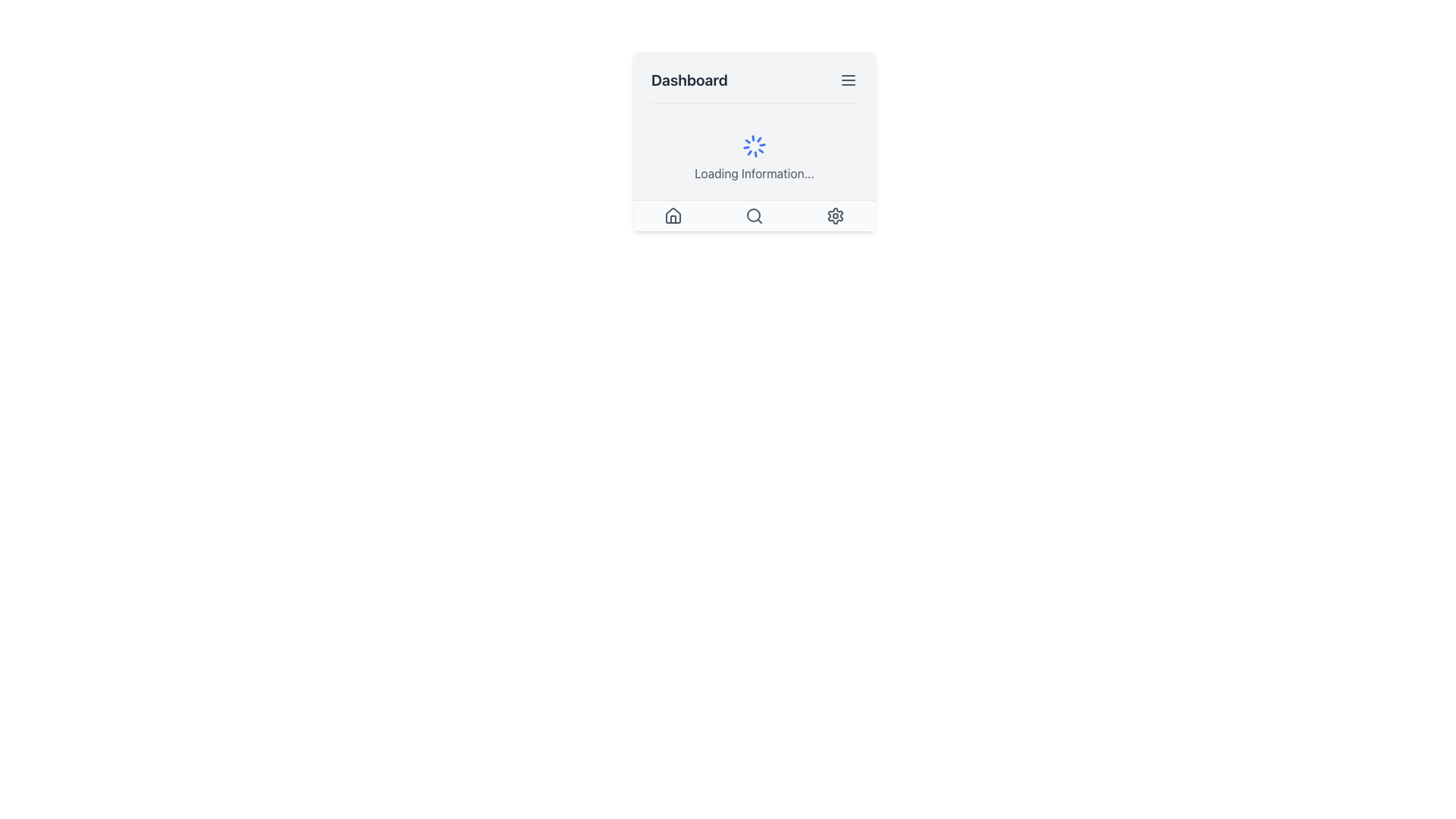  I want to click on the Text Label that serves as the title for the 'Dashboard' section, located at the top-left corner of the header, so click(689, 80).